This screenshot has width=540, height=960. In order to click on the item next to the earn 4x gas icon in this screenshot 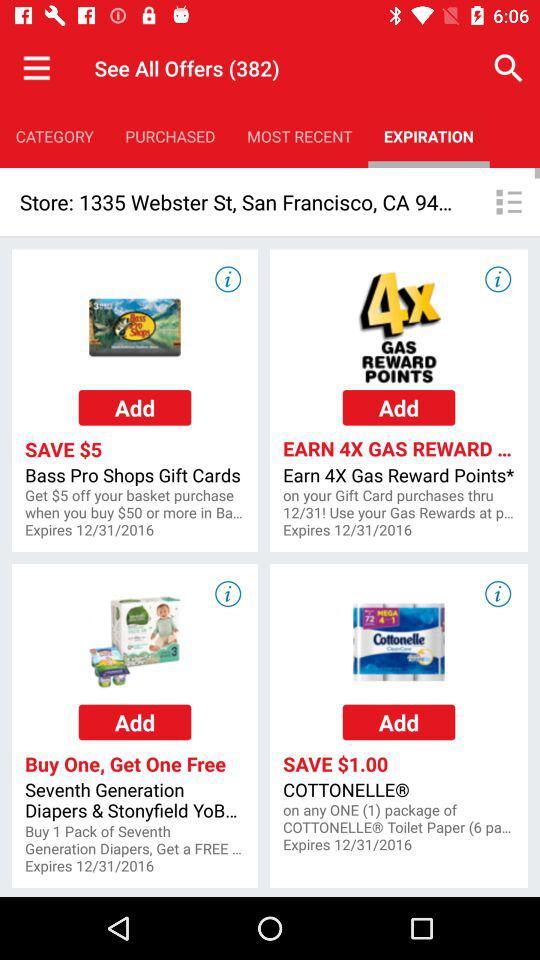, I will do `click(135, 503)`.